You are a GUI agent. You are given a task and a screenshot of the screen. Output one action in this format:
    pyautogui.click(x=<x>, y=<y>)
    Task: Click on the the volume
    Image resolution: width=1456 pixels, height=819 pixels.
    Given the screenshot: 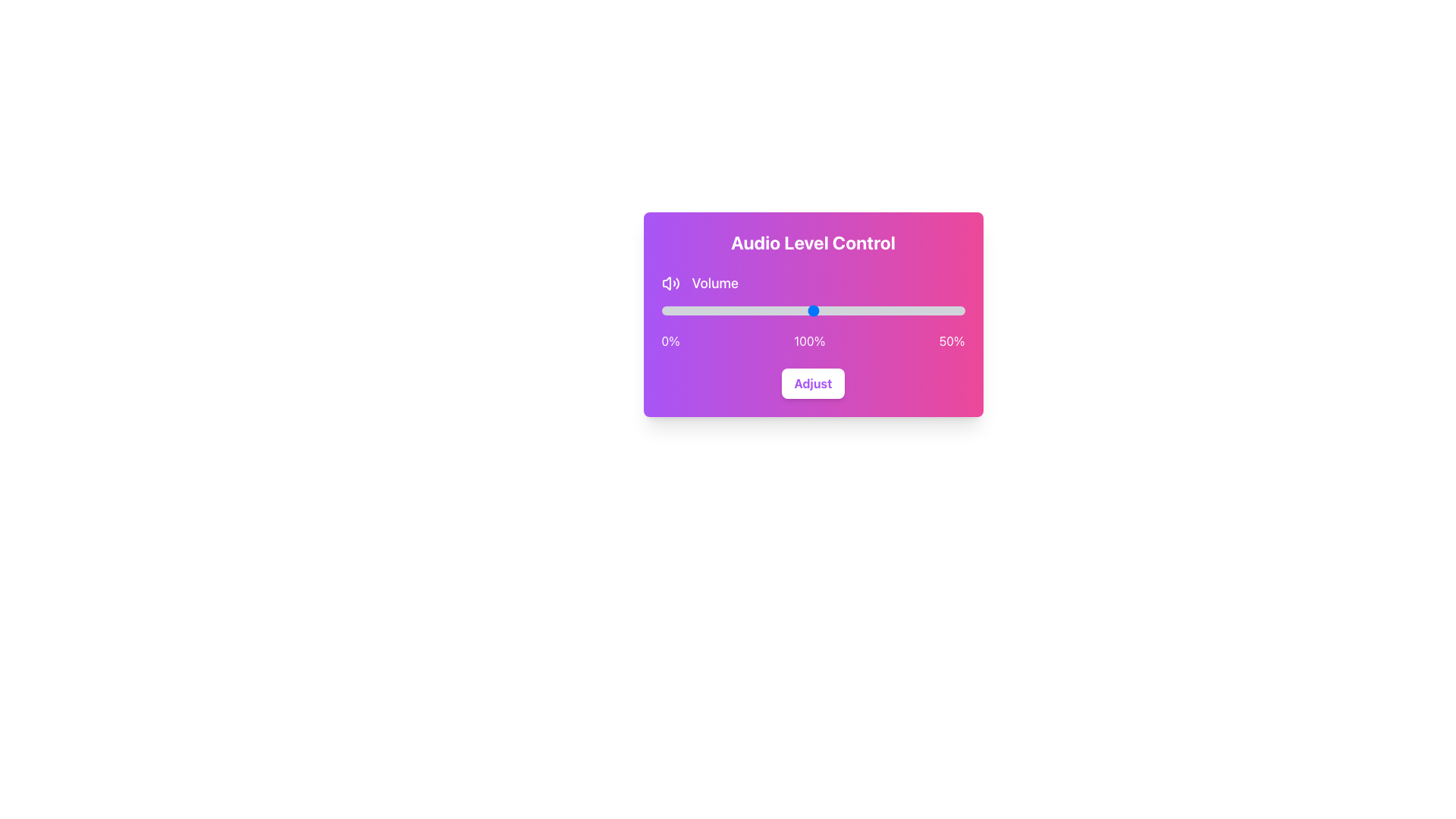 What is the action you would take?
    pyautogui.click(x=846, y=309)
    